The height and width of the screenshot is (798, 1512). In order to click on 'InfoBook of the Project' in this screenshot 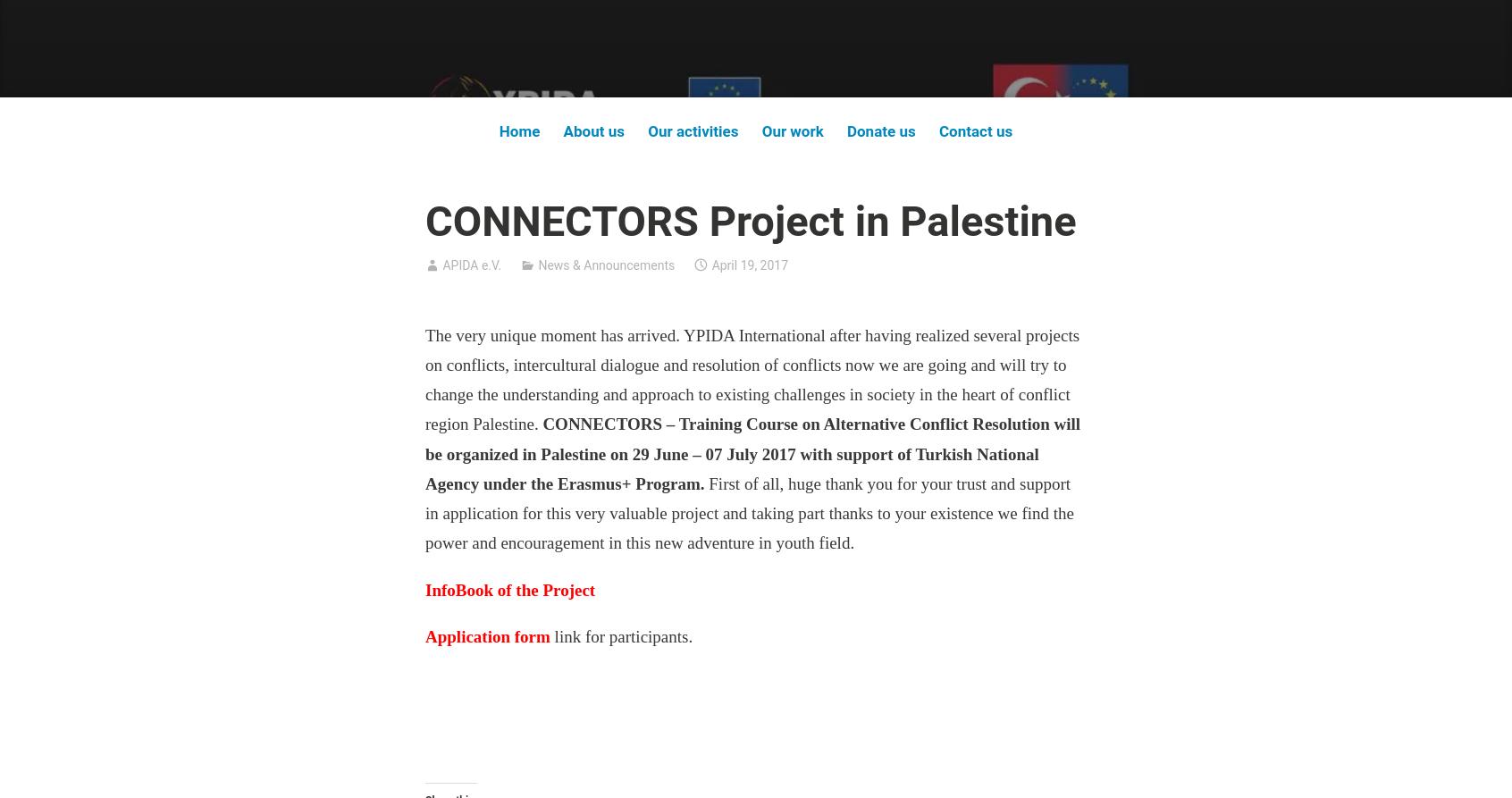, I will do `click(509, 589)`.